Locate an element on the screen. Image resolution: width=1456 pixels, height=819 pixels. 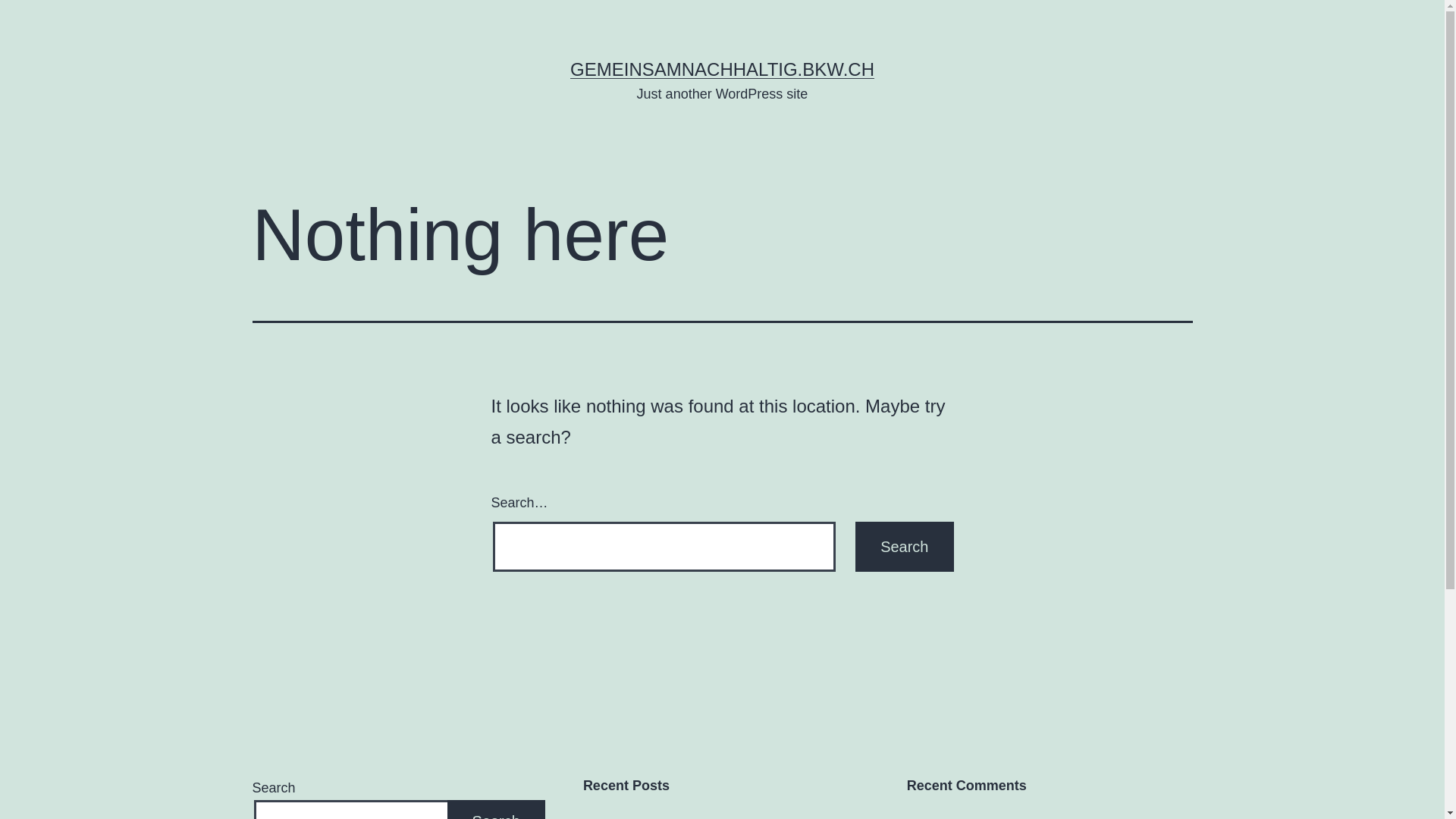
'GEMEINSAMNACHHALTIG.BKW.CH' is located at coordinates (721, 69).